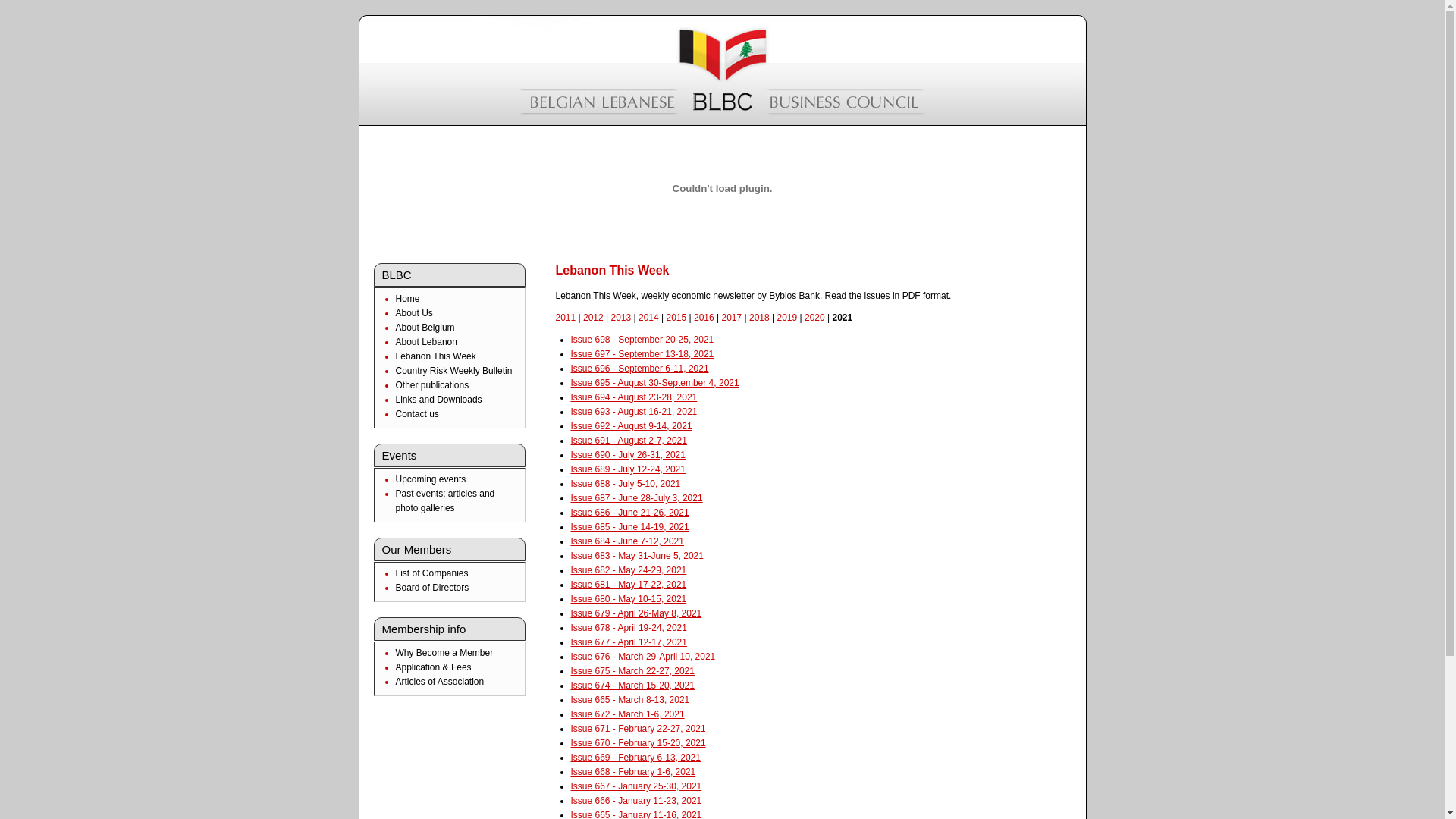 The image size is (1456, 819). Describe the element at coordinates (431, 573) in the screenshot. I see `'List of Companies'` at that location.